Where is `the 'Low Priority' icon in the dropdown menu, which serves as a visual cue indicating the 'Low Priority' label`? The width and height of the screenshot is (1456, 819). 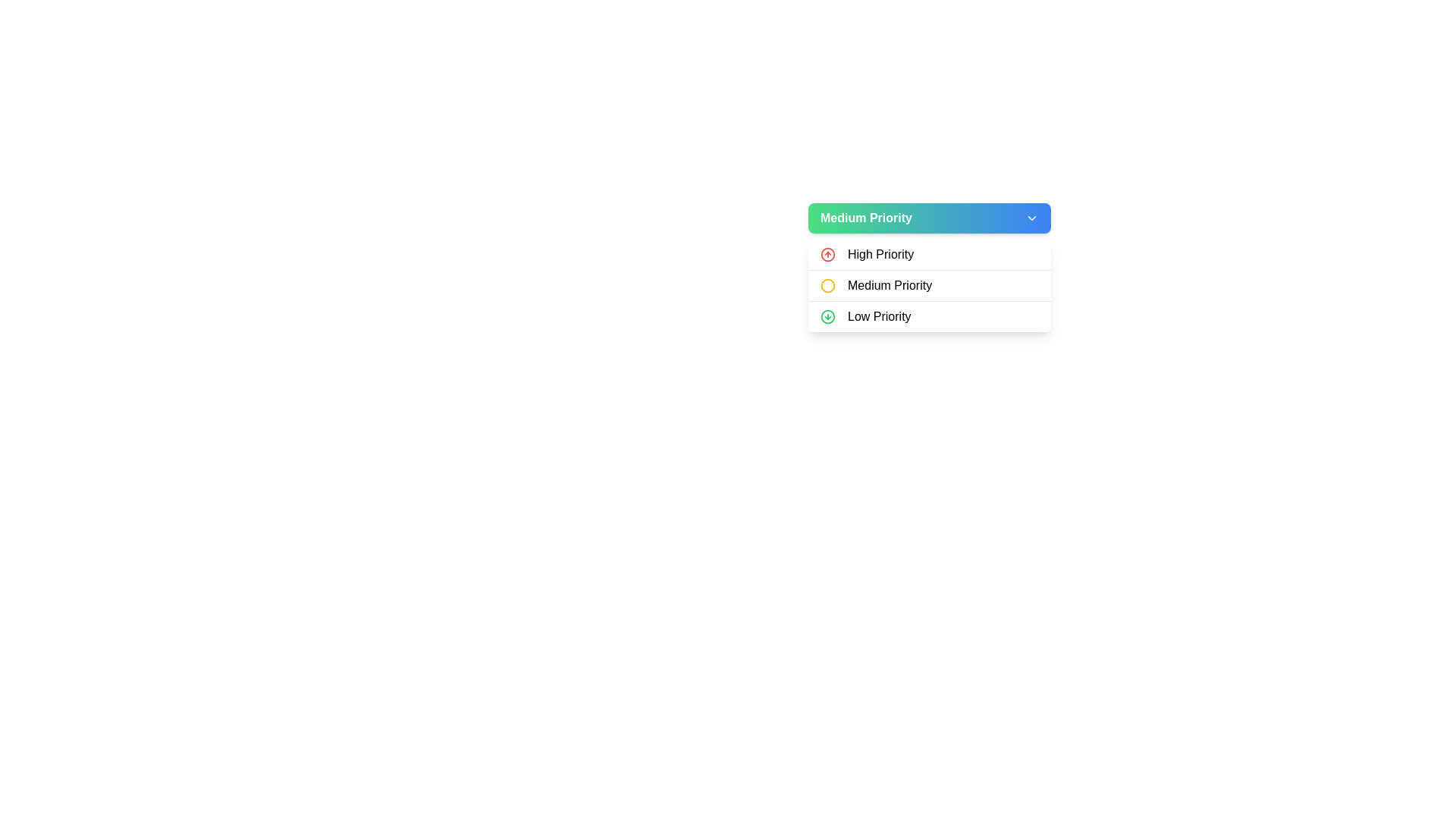 the 'Low Priority' icon in the dropdown menu, which serves as a visual cue indicating the 'Low Priority' label is located at coordinates (827, 315).